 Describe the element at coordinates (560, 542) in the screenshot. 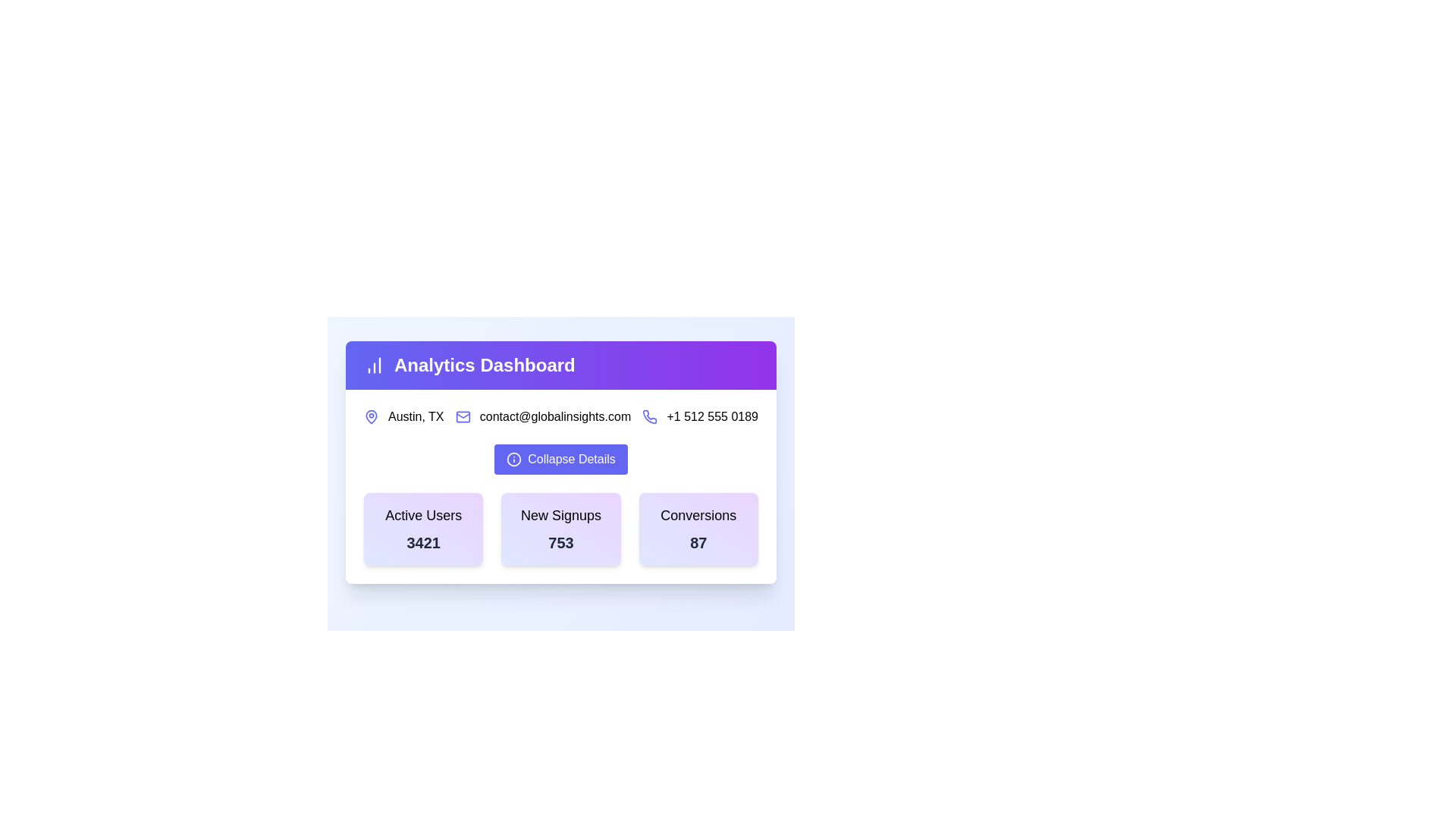

I see `the text label displaying the total number of new signups, which shows the number '753' under the 'Analytics Dashboard'` at that location.